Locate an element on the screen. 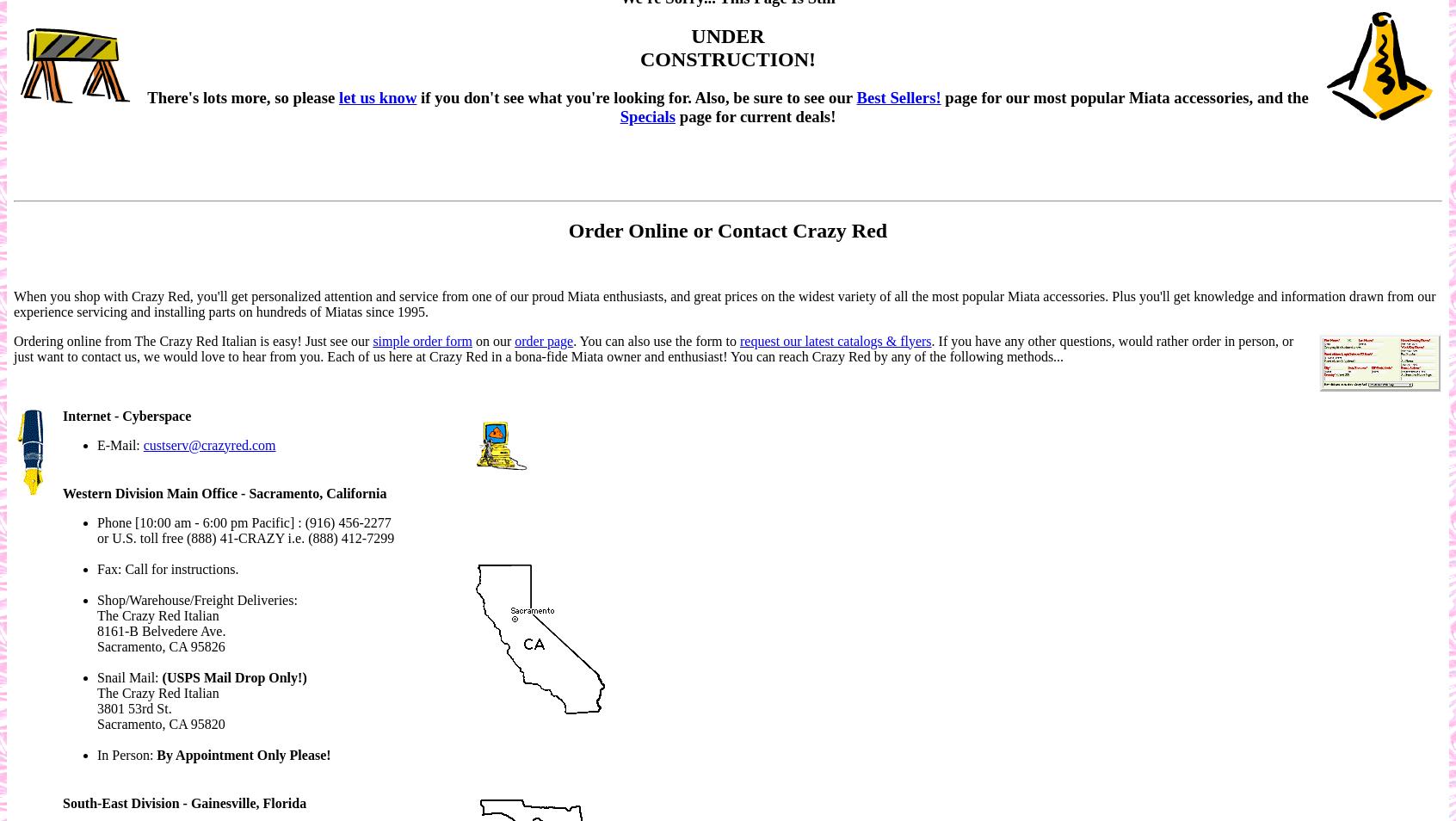  'or U.S. toll free (888) 41-CRAZY i.e. (888) 412-7299' is located at coordinates (244, 536).